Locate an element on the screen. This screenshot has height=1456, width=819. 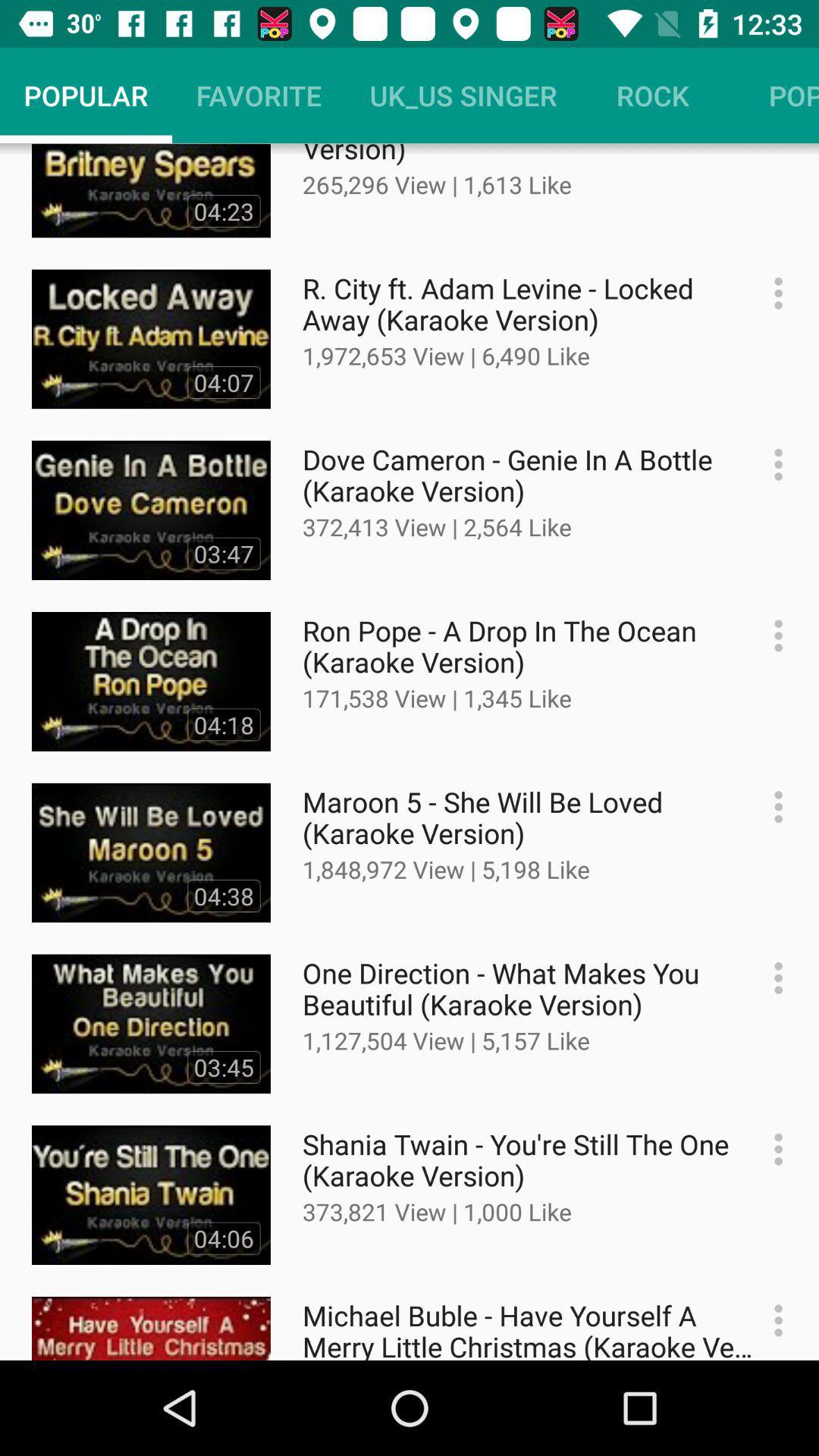
show more information is located at coordinates (770, 635).